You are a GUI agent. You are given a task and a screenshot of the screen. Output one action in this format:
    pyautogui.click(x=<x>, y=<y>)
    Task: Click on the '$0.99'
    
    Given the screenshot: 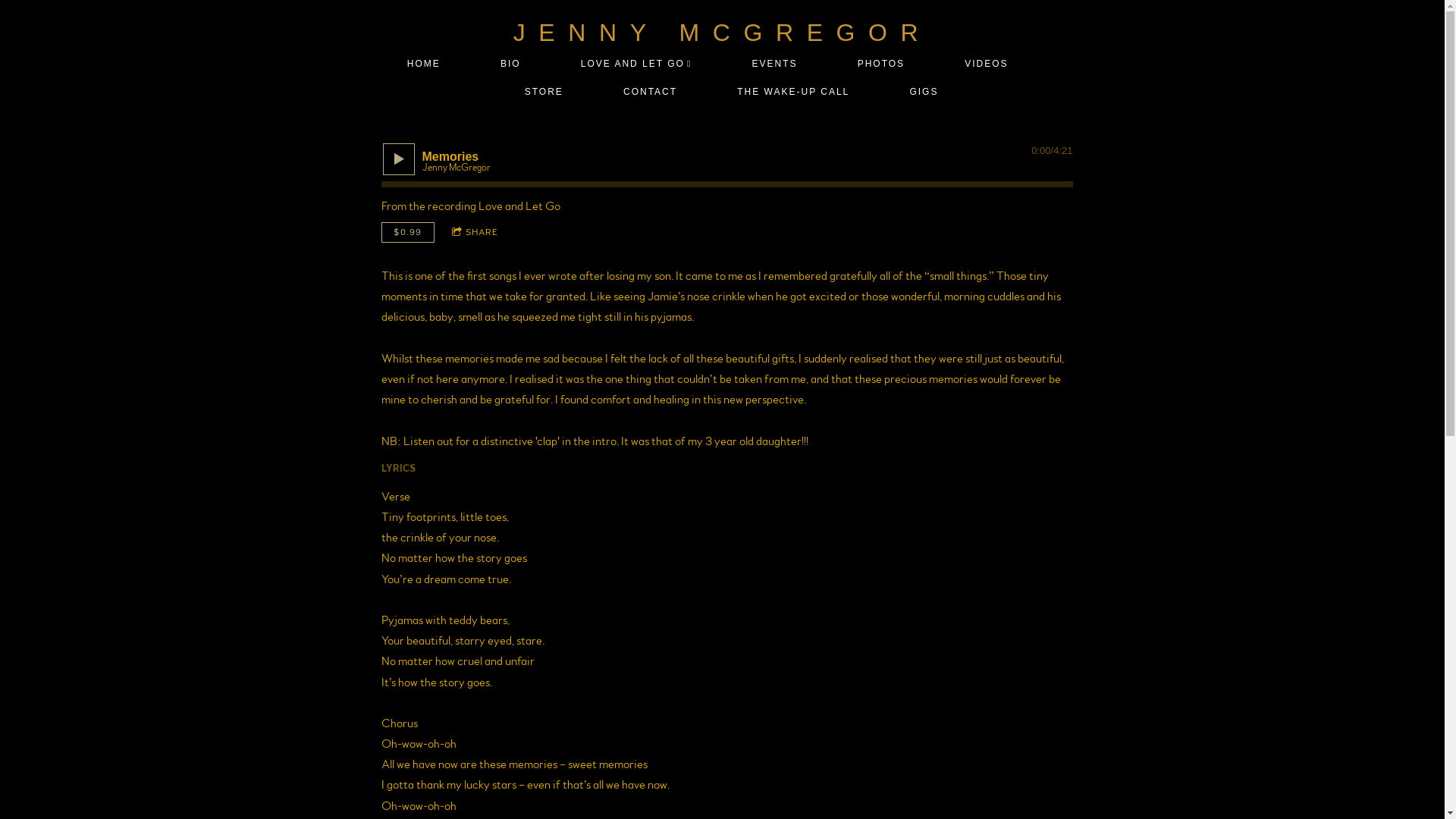 What is the action you would take?
    pyautogui.click(x=407, y=232)
    